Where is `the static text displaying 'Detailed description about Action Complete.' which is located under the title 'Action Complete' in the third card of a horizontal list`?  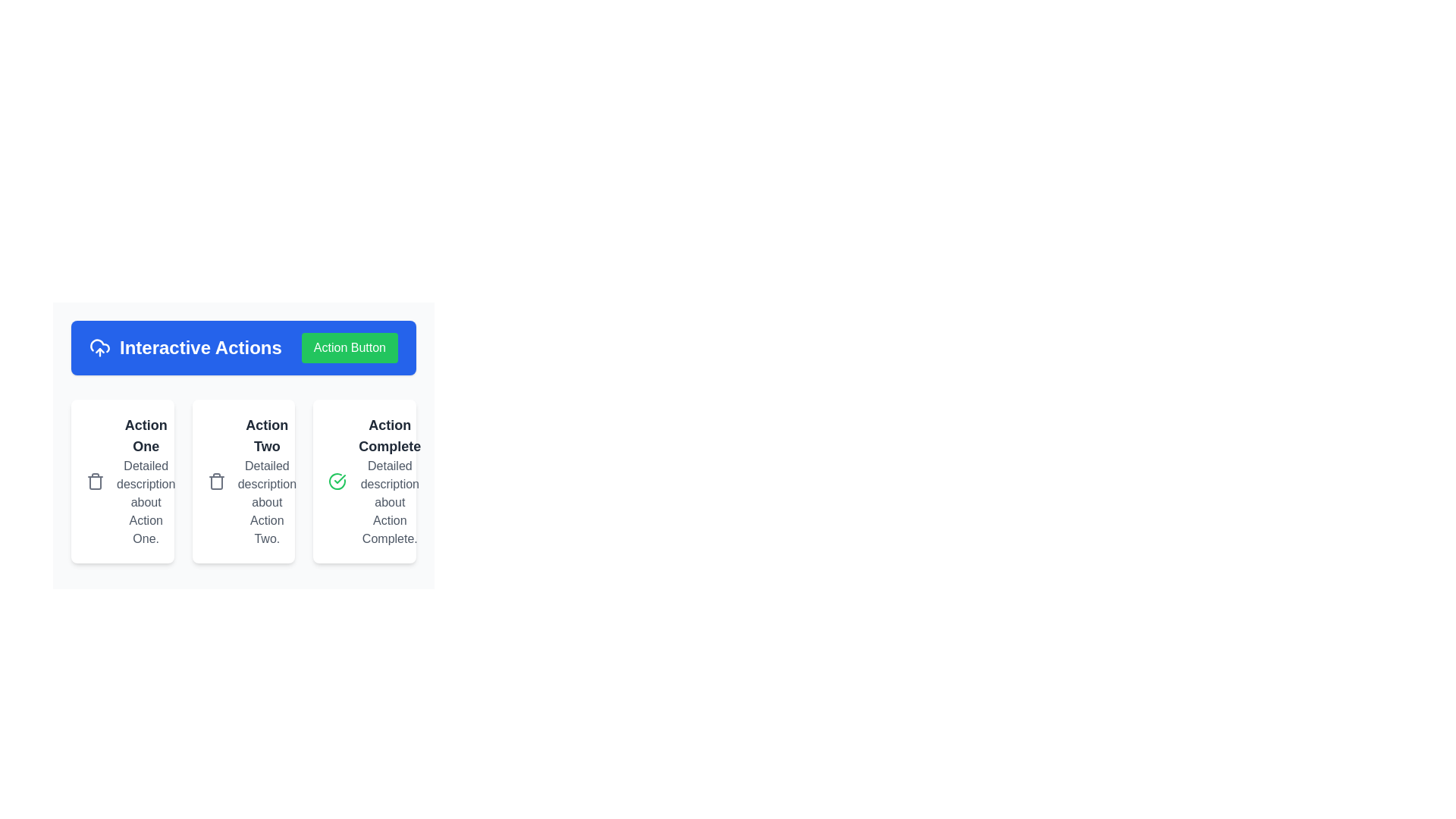 the static text displaying 'Detailed description about Action Complete.' which is located under the title 'Action Complete' in the third card of a horizontal list is located at coordinates (390, 503).